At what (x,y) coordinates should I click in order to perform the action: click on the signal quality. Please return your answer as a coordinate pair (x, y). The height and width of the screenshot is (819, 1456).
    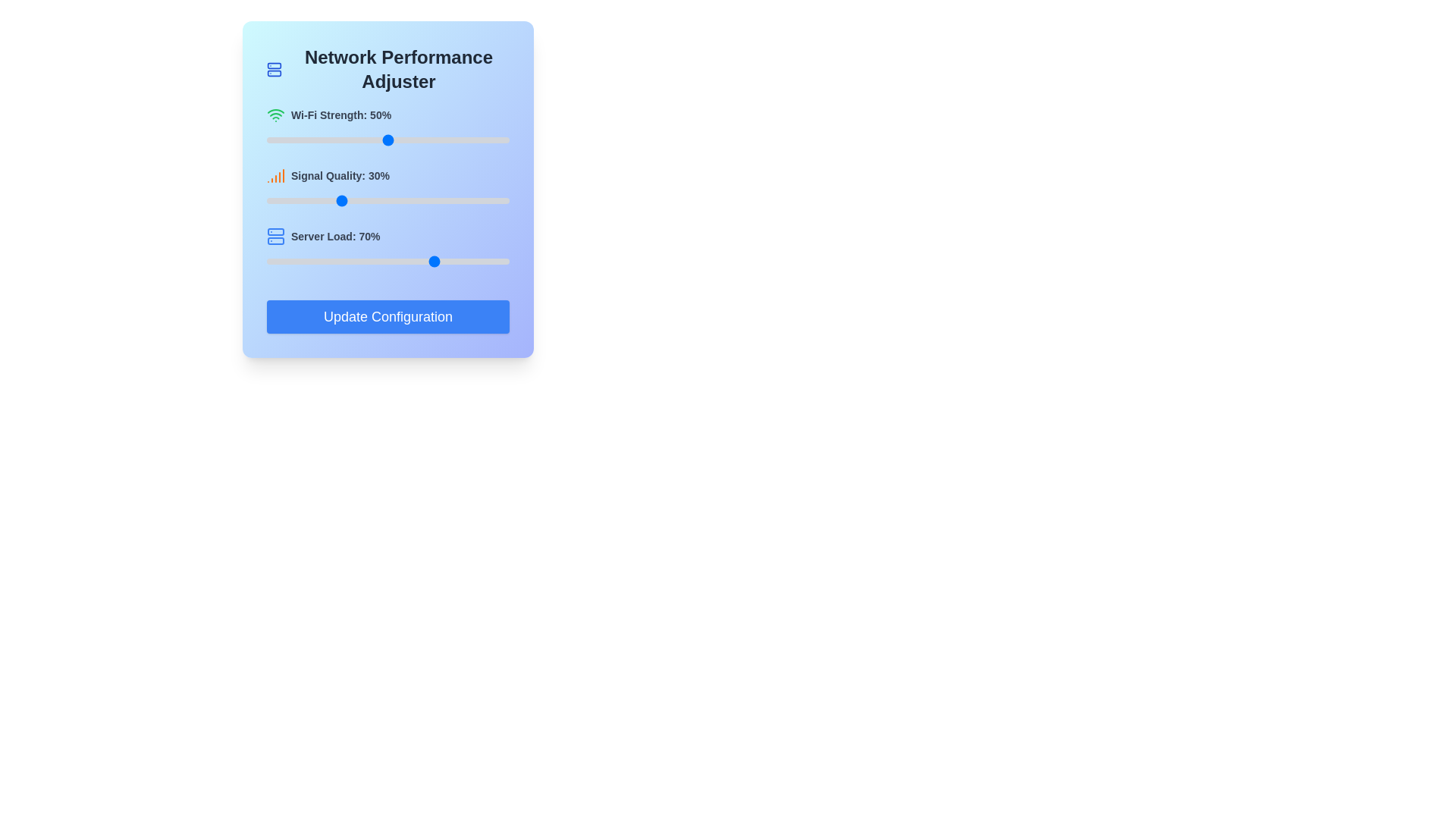
    Looking at the image, I should click on (400, 200).